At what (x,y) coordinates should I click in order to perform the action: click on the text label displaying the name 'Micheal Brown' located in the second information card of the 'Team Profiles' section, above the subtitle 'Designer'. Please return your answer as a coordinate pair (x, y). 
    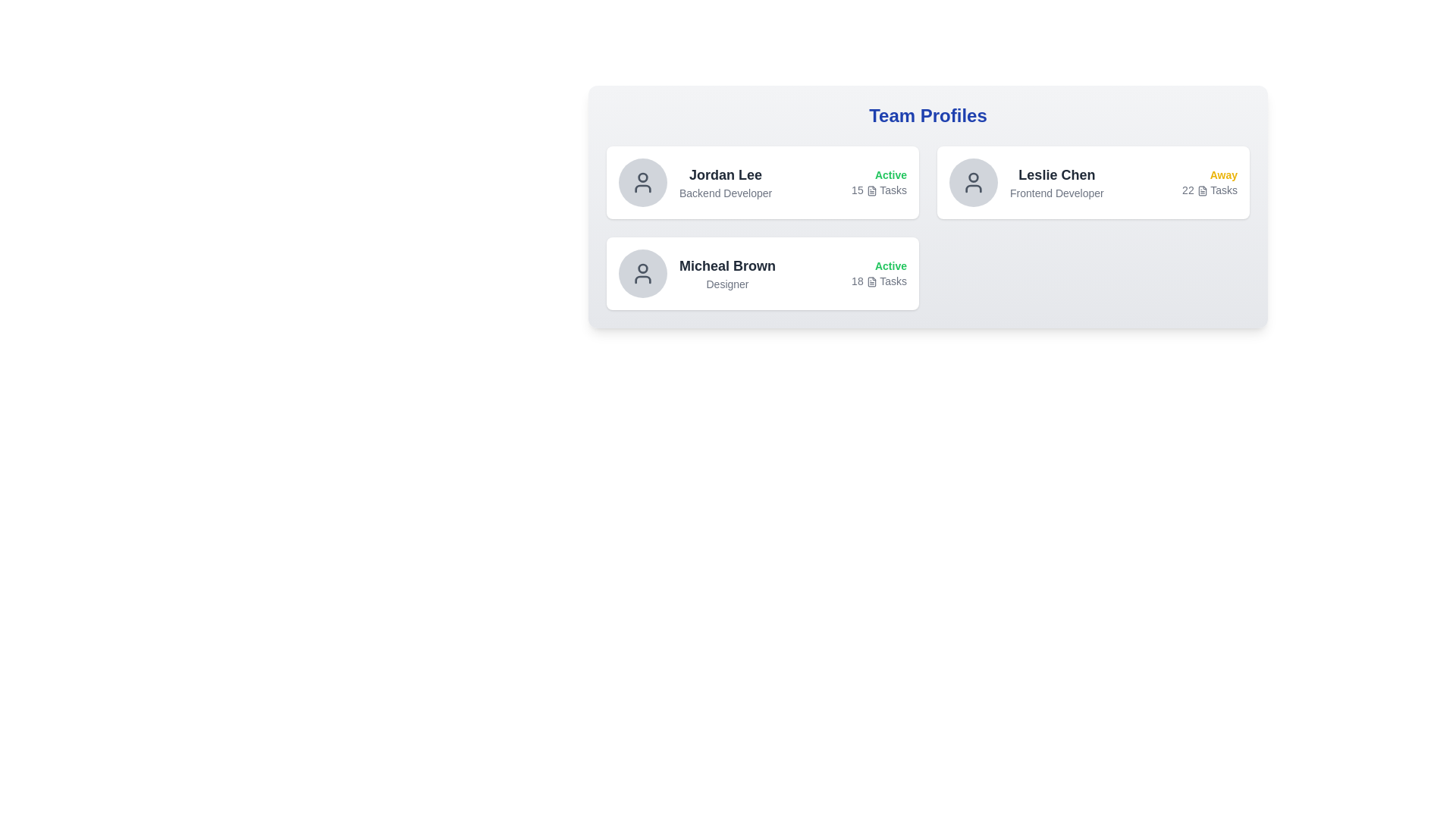
    Looking at the image, I should click on (726, 265).